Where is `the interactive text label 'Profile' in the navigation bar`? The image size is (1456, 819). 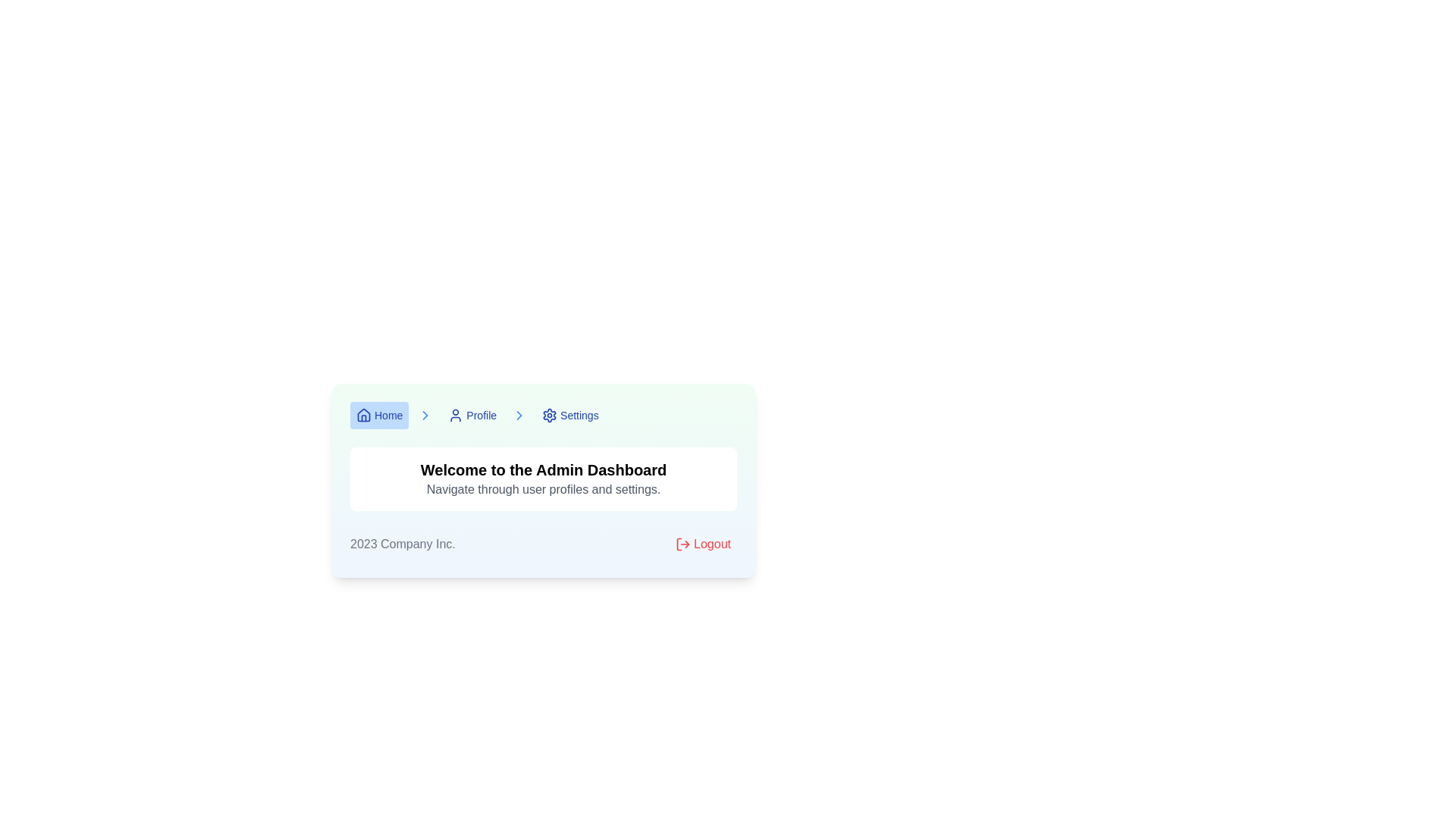 the interactive text label 'Profile' in the navigation bar is located at coordinates (481, 415).